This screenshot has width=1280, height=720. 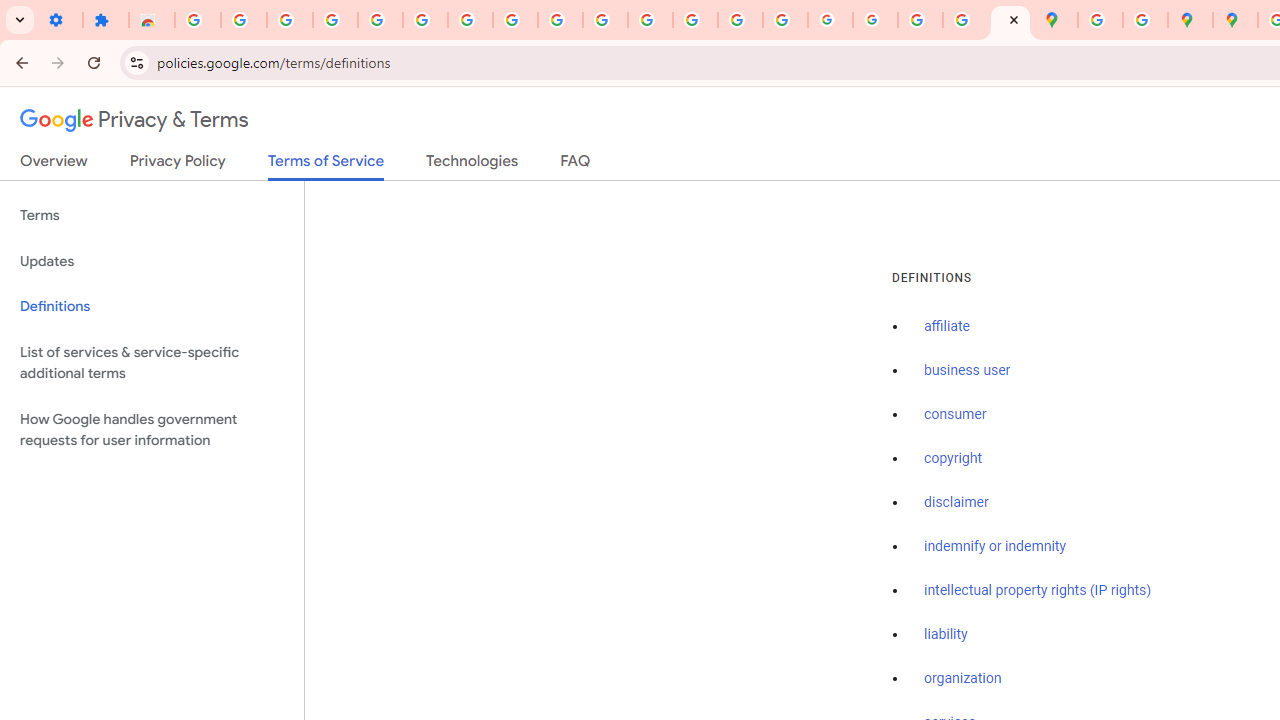 I want to click on 'Terms', so click(x=151, y=216).